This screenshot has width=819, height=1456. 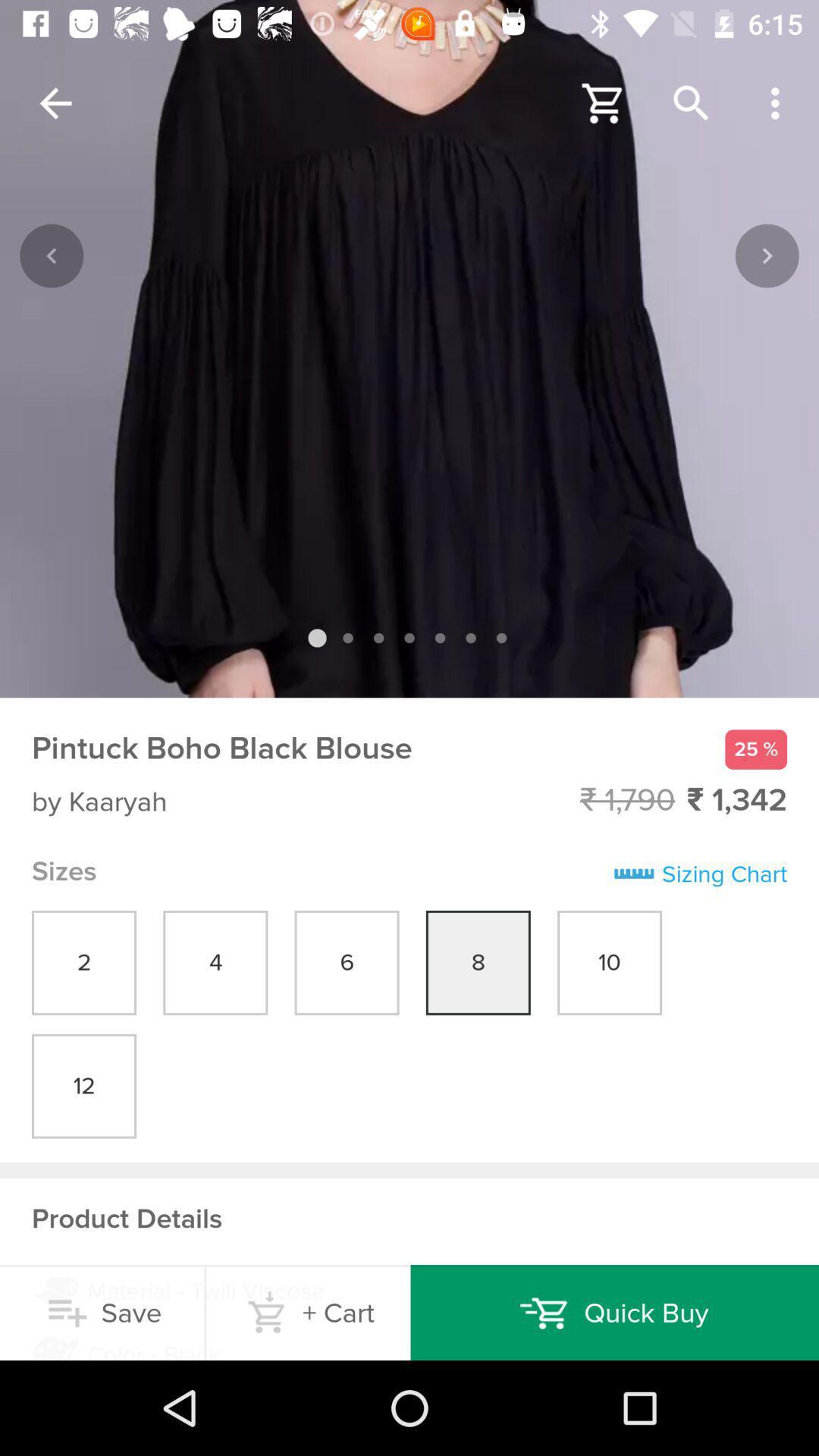 What do you see at coordinates (479, 962) in the screenshot?
I see `8` at bounding box center [479, 962].